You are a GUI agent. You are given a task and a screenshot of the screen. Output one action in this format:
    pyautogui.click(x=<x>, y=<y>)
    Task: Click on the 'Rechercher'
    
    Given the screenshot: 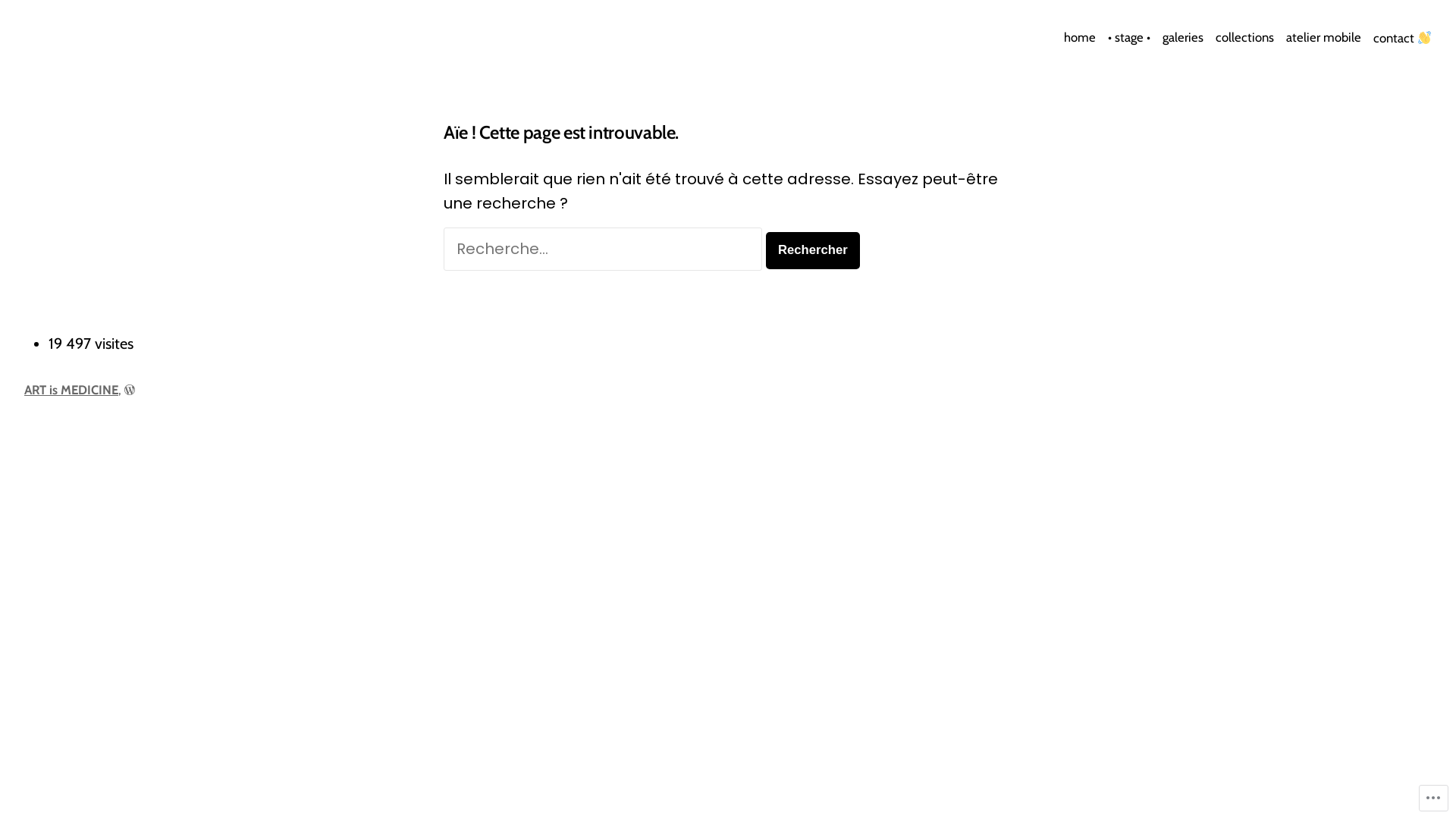 What is the action you would take?
    pyautogui.click(x=811, y=249)
    